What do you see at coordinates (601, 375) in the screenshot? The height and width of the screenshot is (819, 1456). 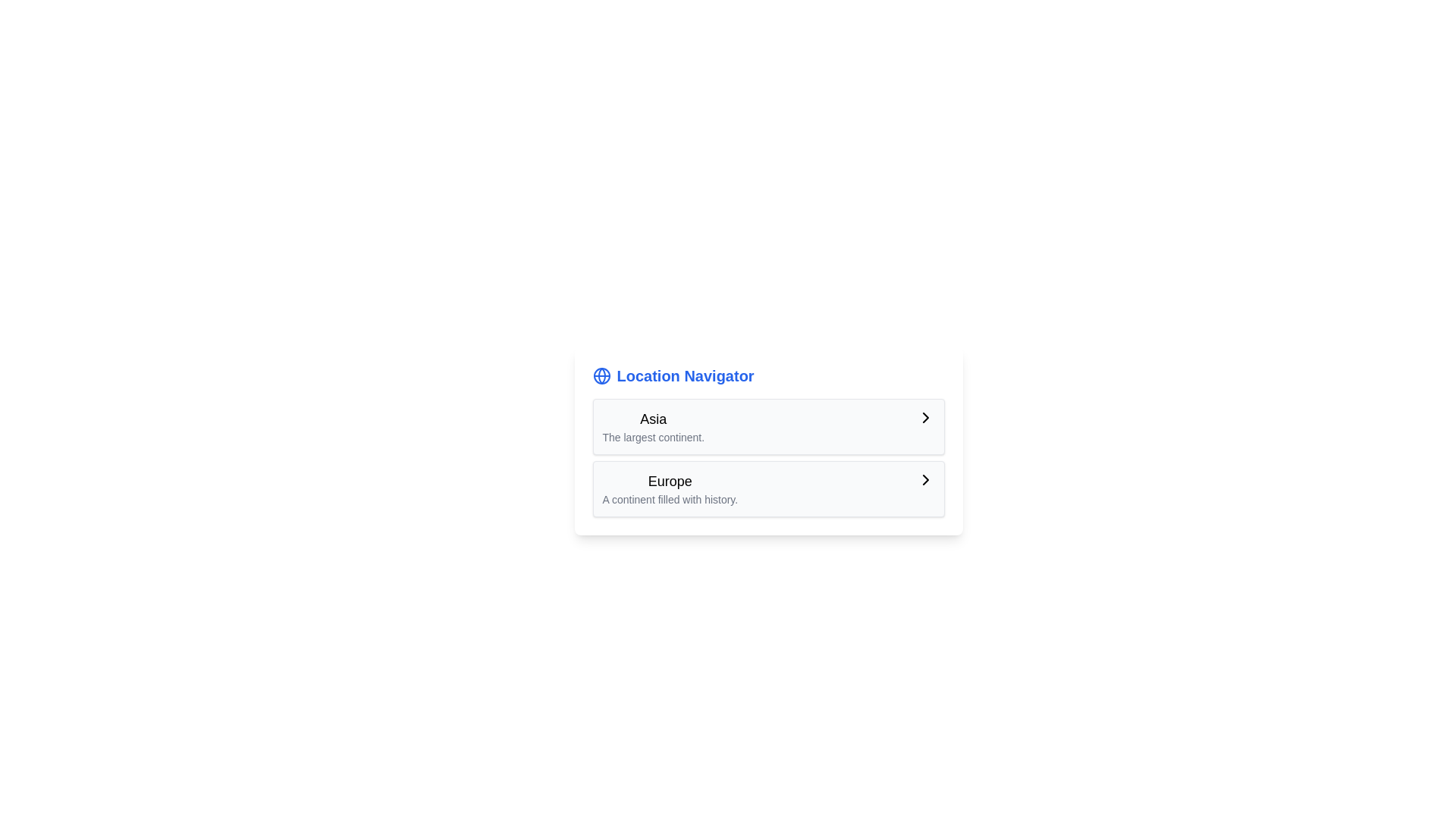 I see `the circular element at the center of the globe icon, which has a blue stroke and white background, located to the left of the 'Location Navigator' title in the header section` at bounding box center [601, 375].